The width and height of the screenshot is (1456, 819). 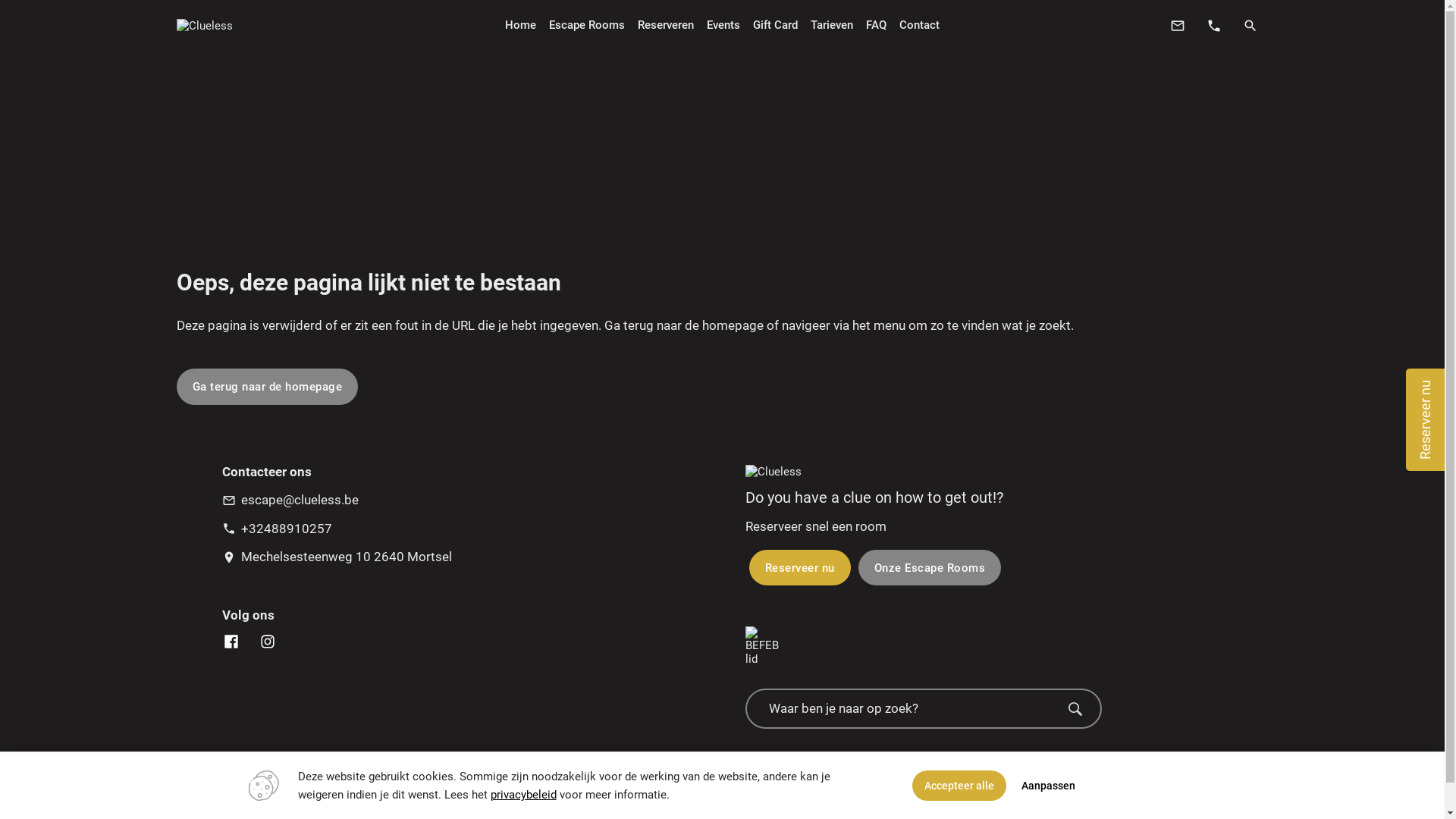 What do you see at coordinates (929, 567) in the screenshot?
I see `'Onze Escape Rooms'` at bounding box center [929, 567].